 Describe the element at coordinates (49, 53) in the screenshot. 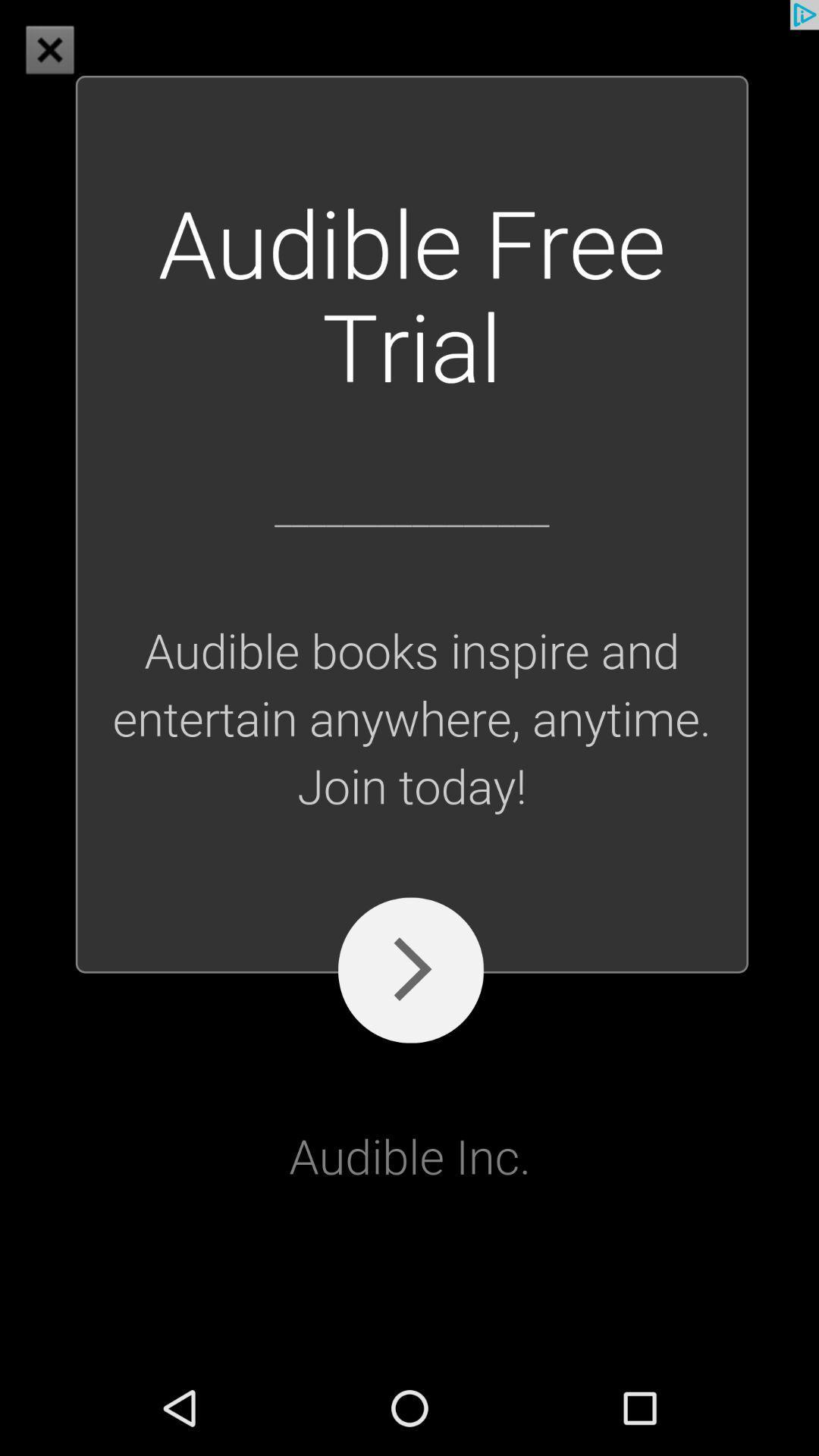

I see `the close icon` at that location.